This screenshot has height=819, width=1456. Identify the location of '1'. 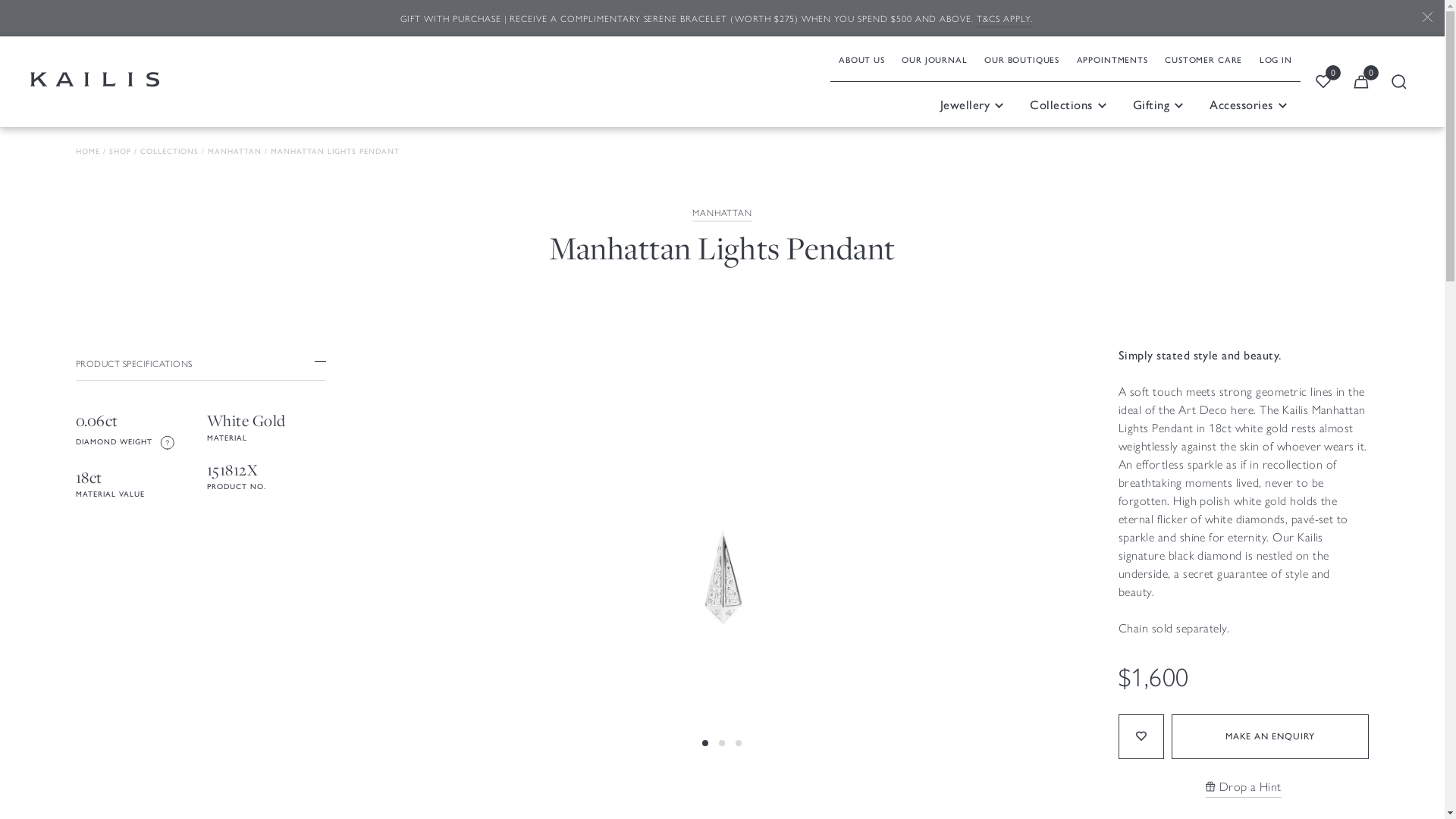
(704, 780).